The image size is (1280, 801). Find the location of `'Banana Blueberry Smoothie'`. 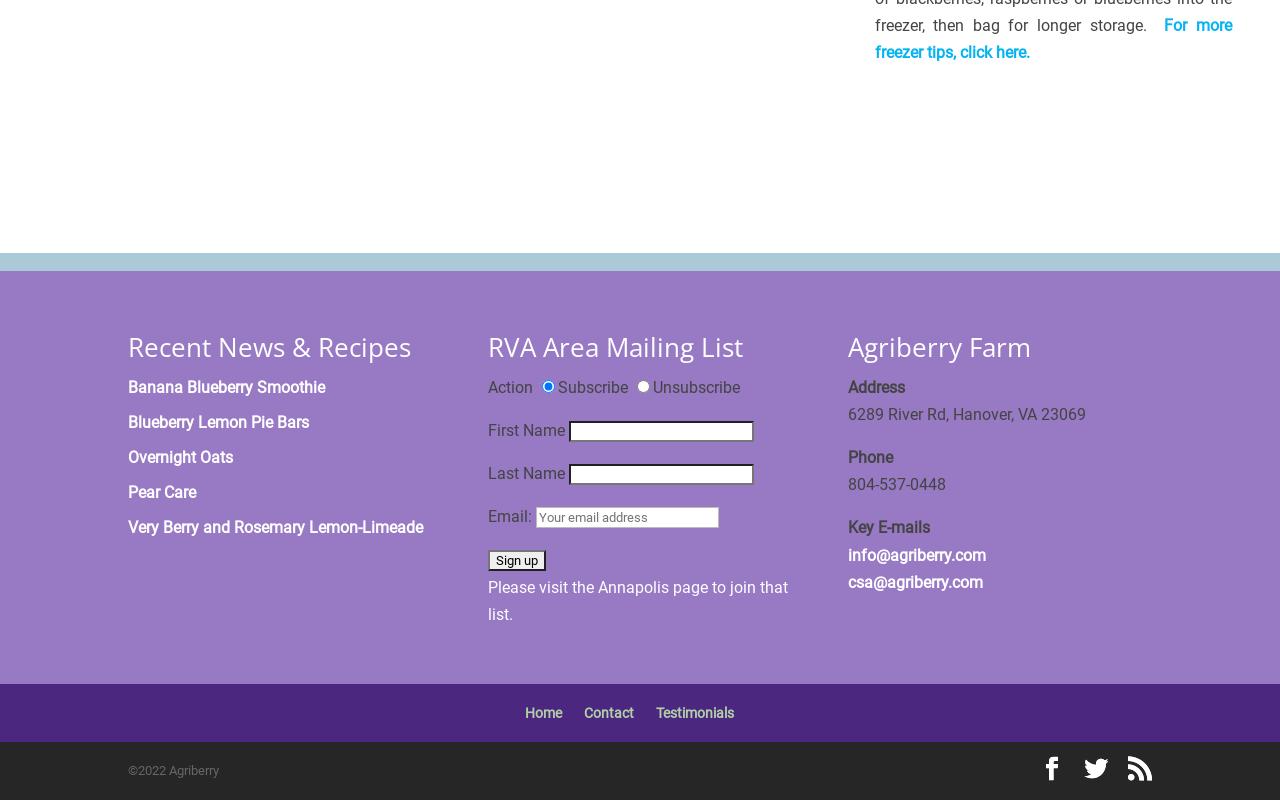

'Banana Blueberry Smoothie' is located at coordinates (127, 386).